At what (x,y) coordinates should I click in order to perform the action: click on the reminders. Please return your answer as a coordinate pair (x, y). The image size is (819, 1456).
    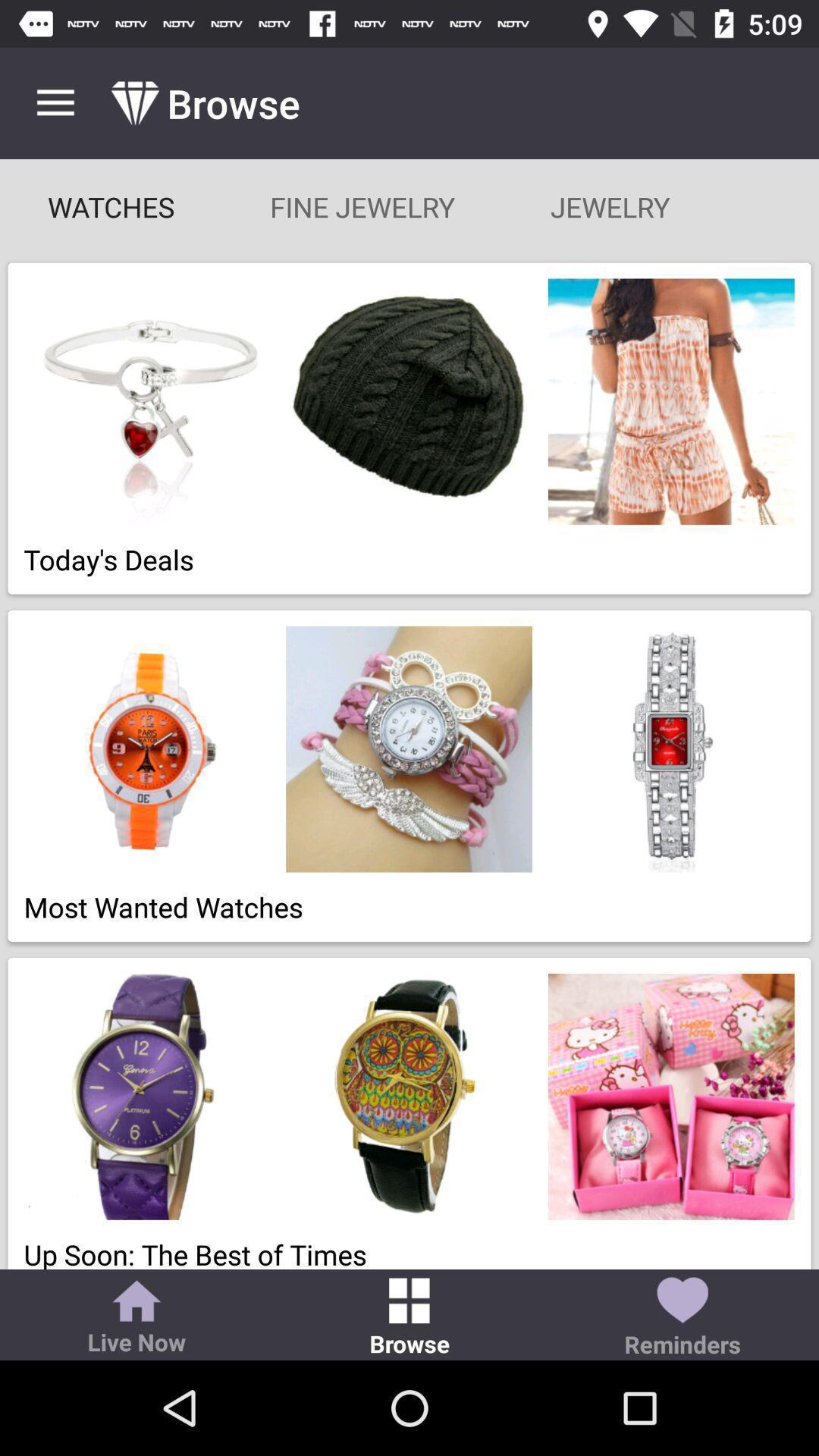
    Looking at the image, I should click on (681, 1318).